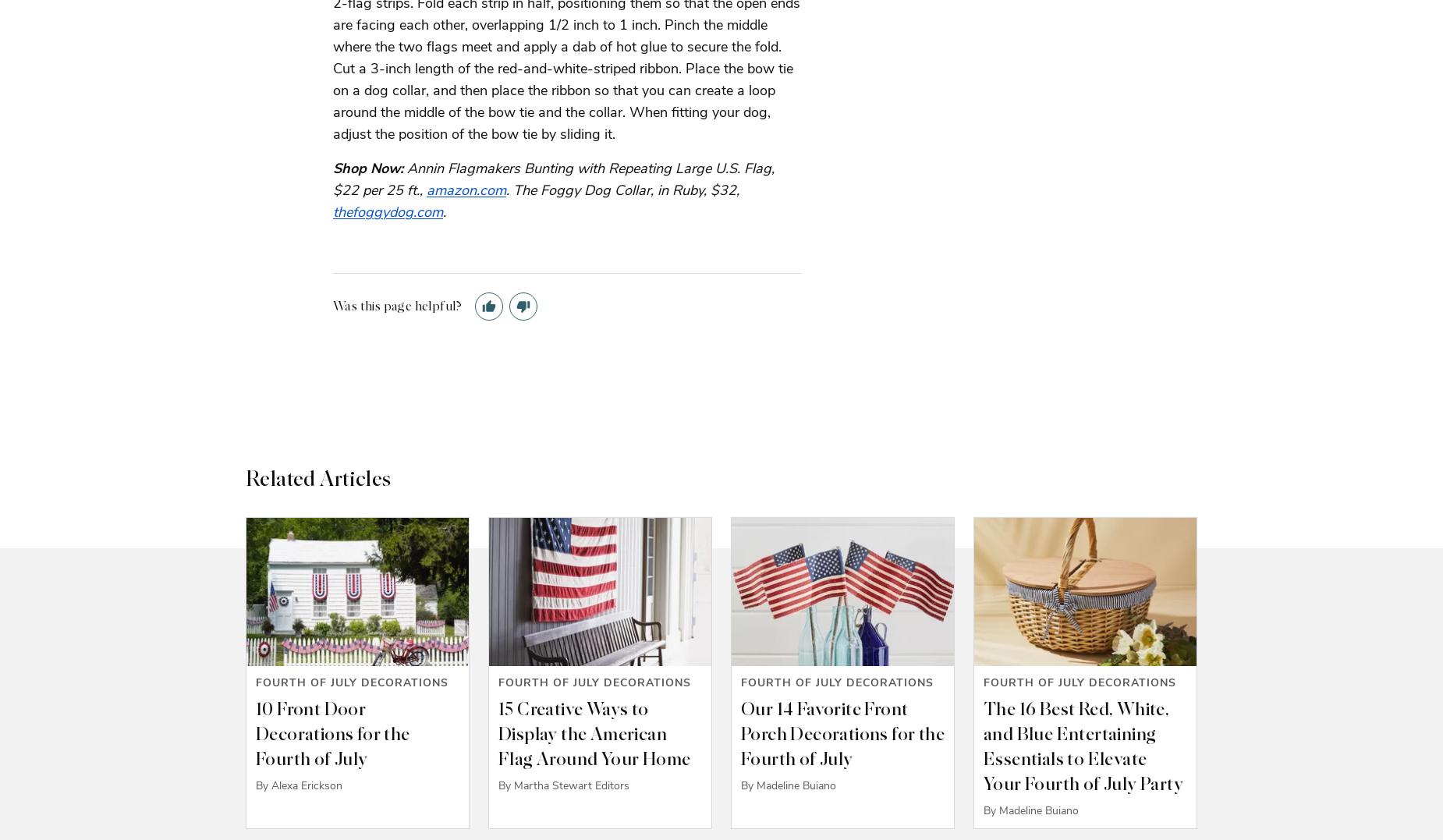 This screenshot has width=1443, height=840. I want to click on 'Related Articles', so click(317, 477).